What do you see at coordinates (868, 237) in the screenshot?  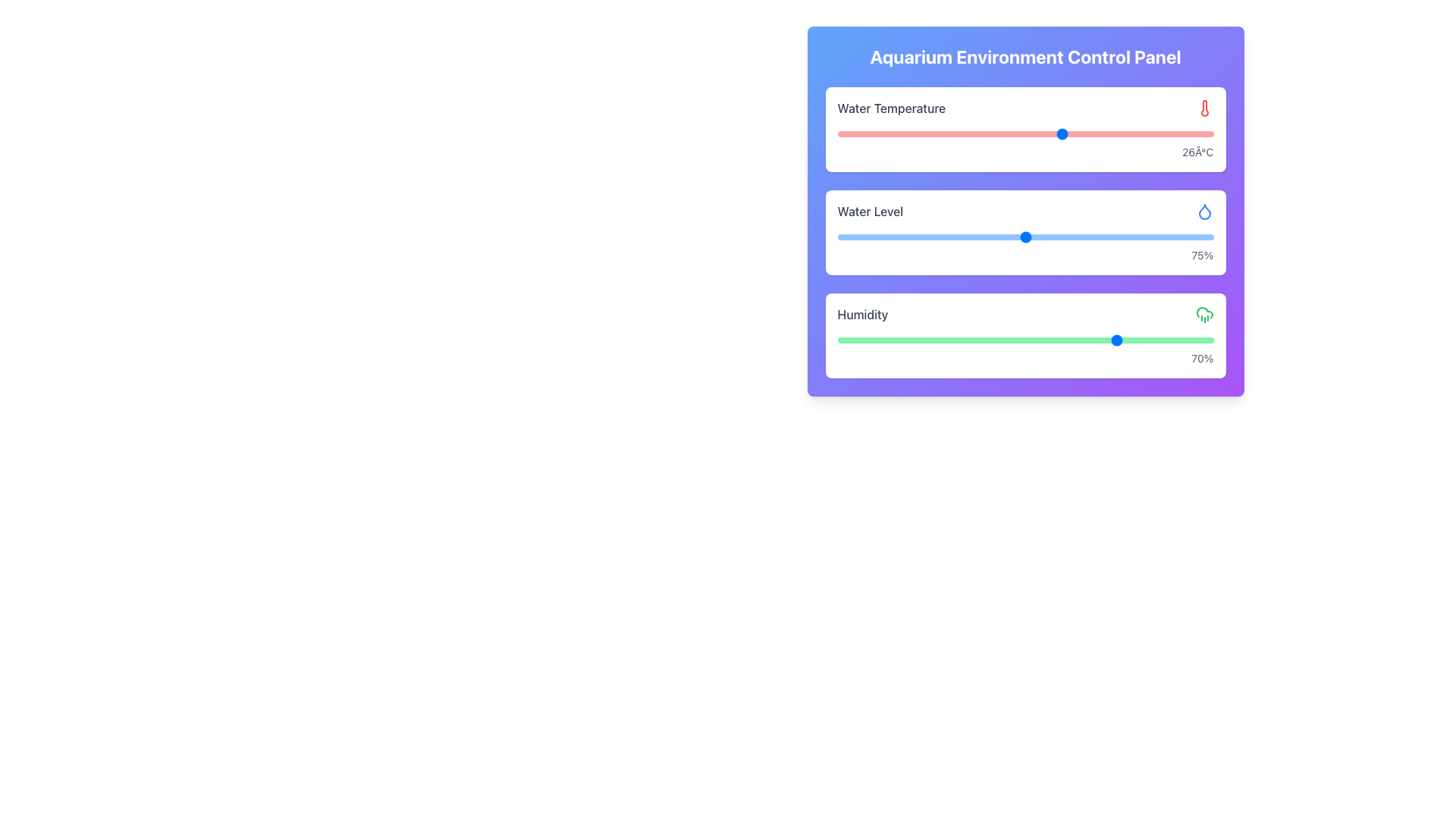 I see `water level` at bounding box center [868, 237].